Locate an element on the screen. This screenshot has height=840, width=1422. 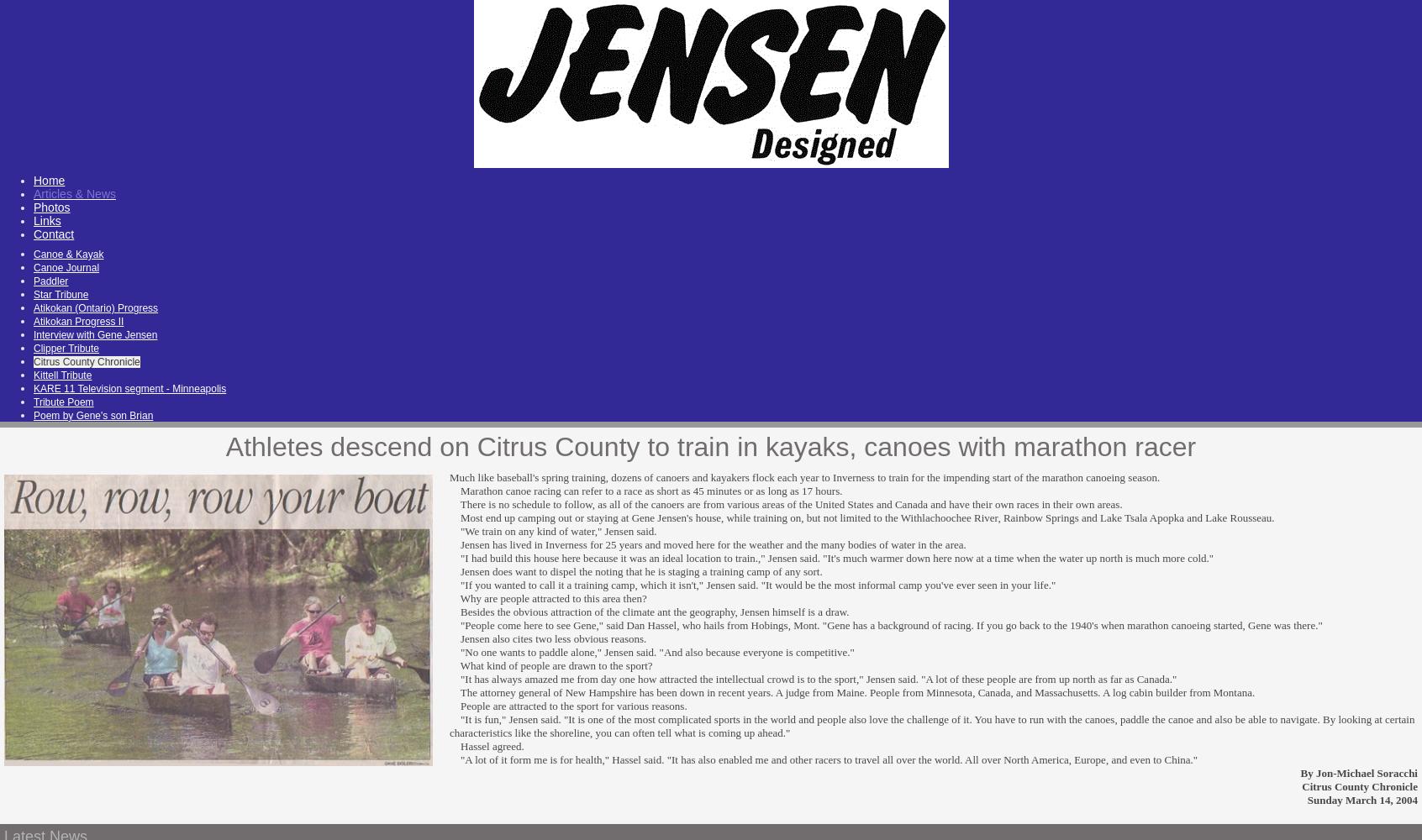
'Paddler' is located at coordinates (50, 281).